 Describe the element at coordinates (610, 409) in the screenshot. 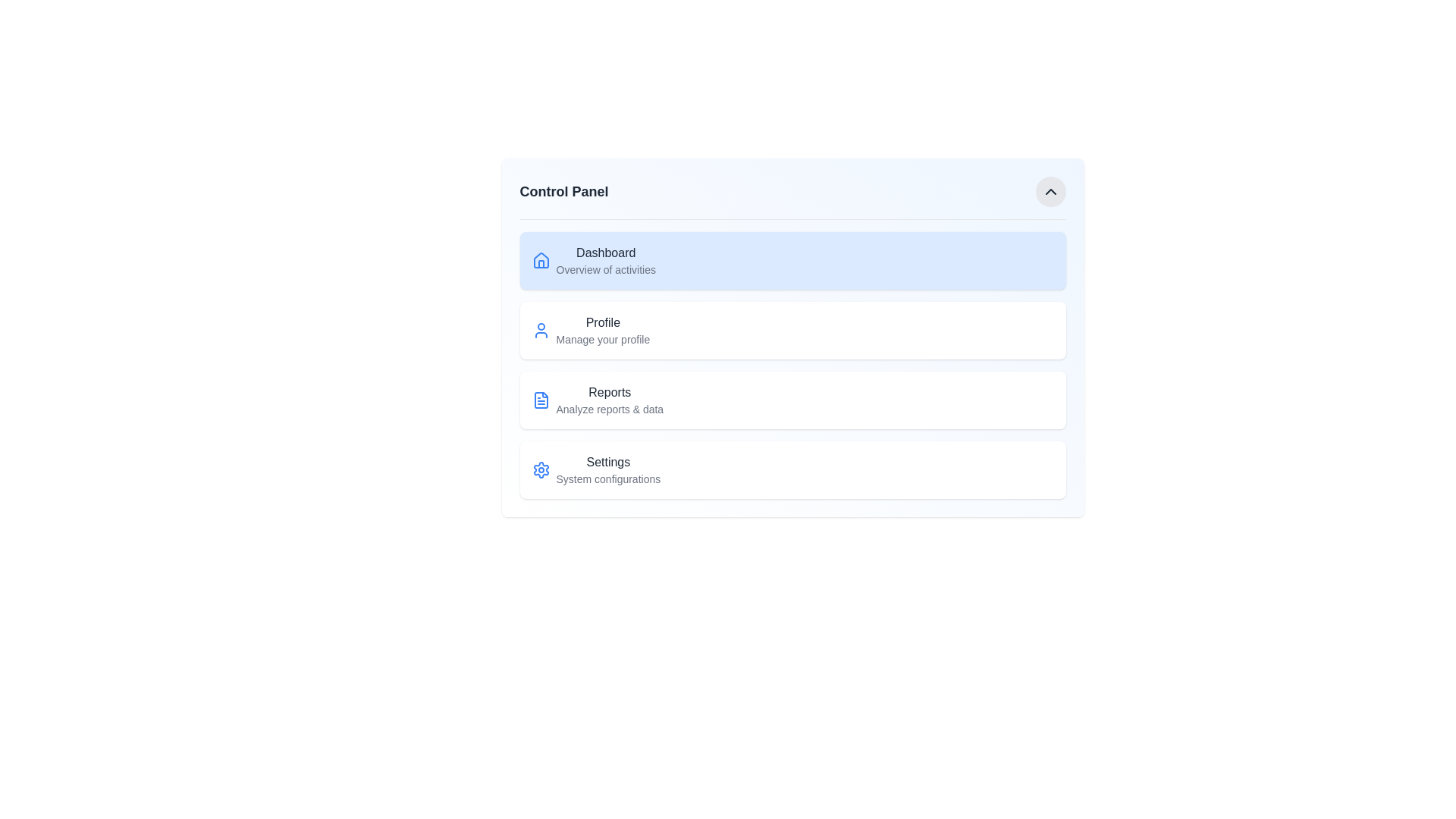

I see `the static text element that says 'Analyze reports & data', which is located below the 'Reports' title in the Reports section of the interface` at that location.